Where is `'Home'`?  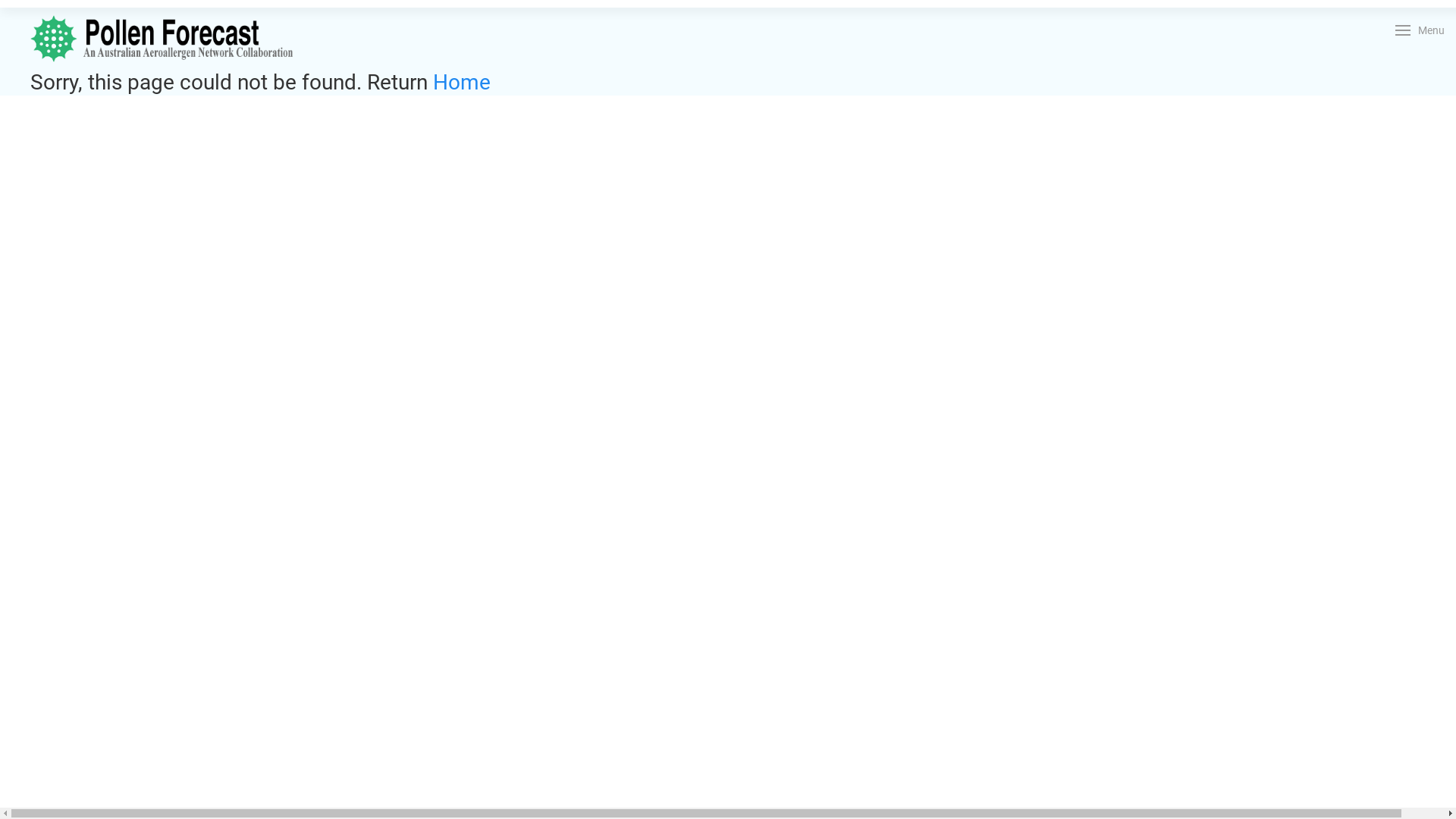
'Home' is located at coordinates (461, 82).